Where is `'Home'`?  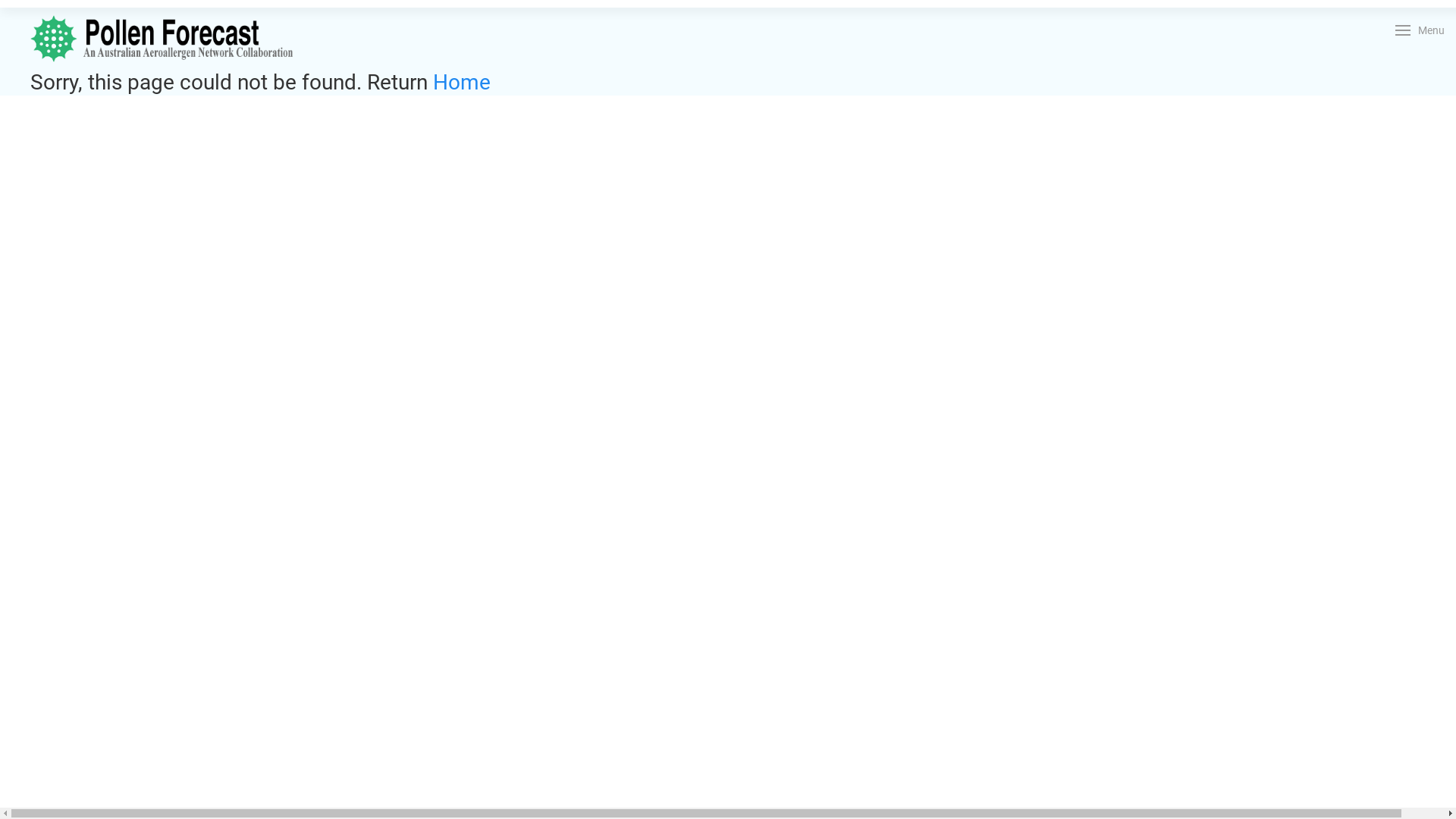
'Home' is located at coordinates (461, 82).